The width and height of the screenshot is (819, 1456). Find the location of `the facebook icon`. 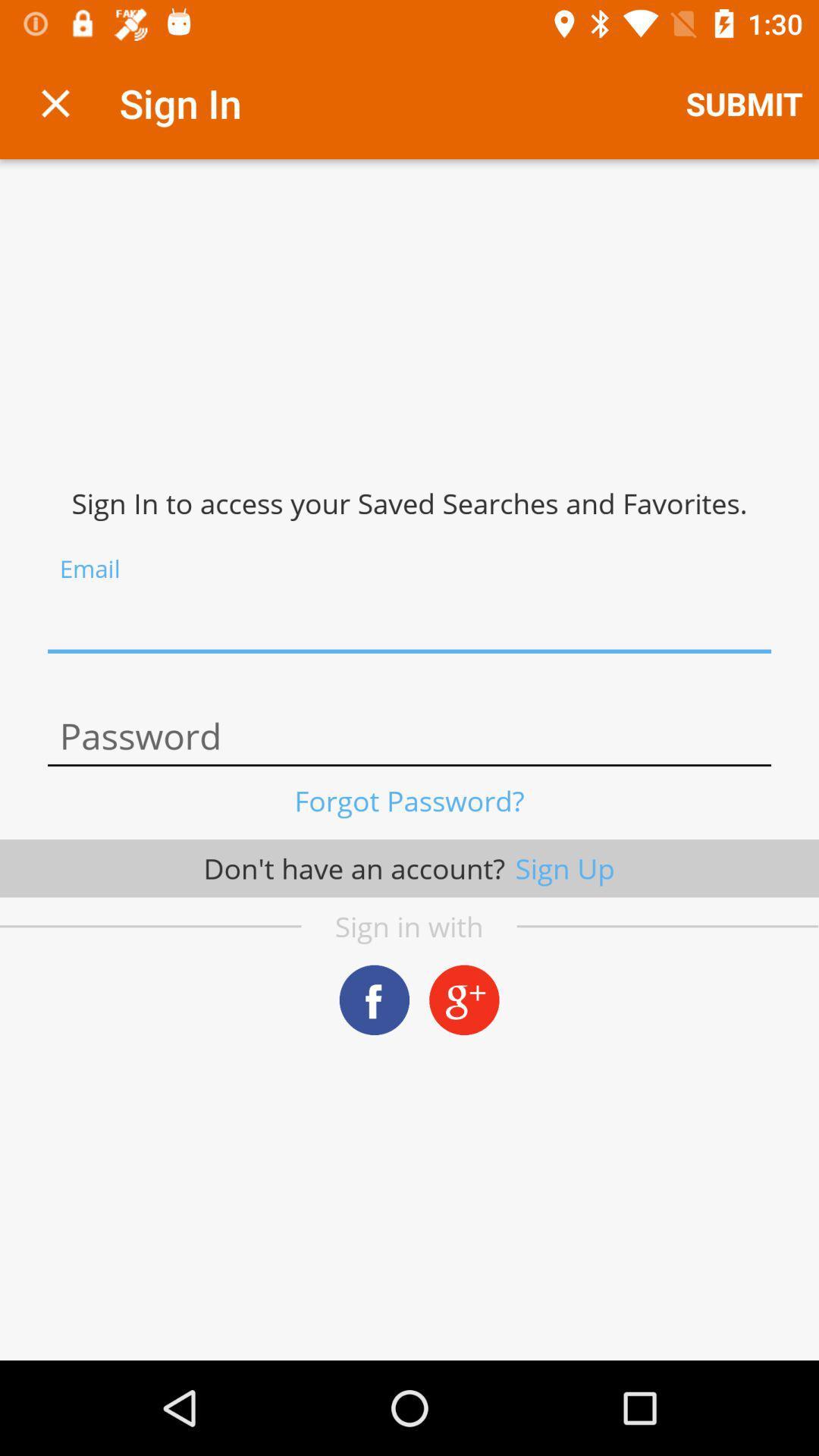

the facebook icon is located at coordinates (374, 999).